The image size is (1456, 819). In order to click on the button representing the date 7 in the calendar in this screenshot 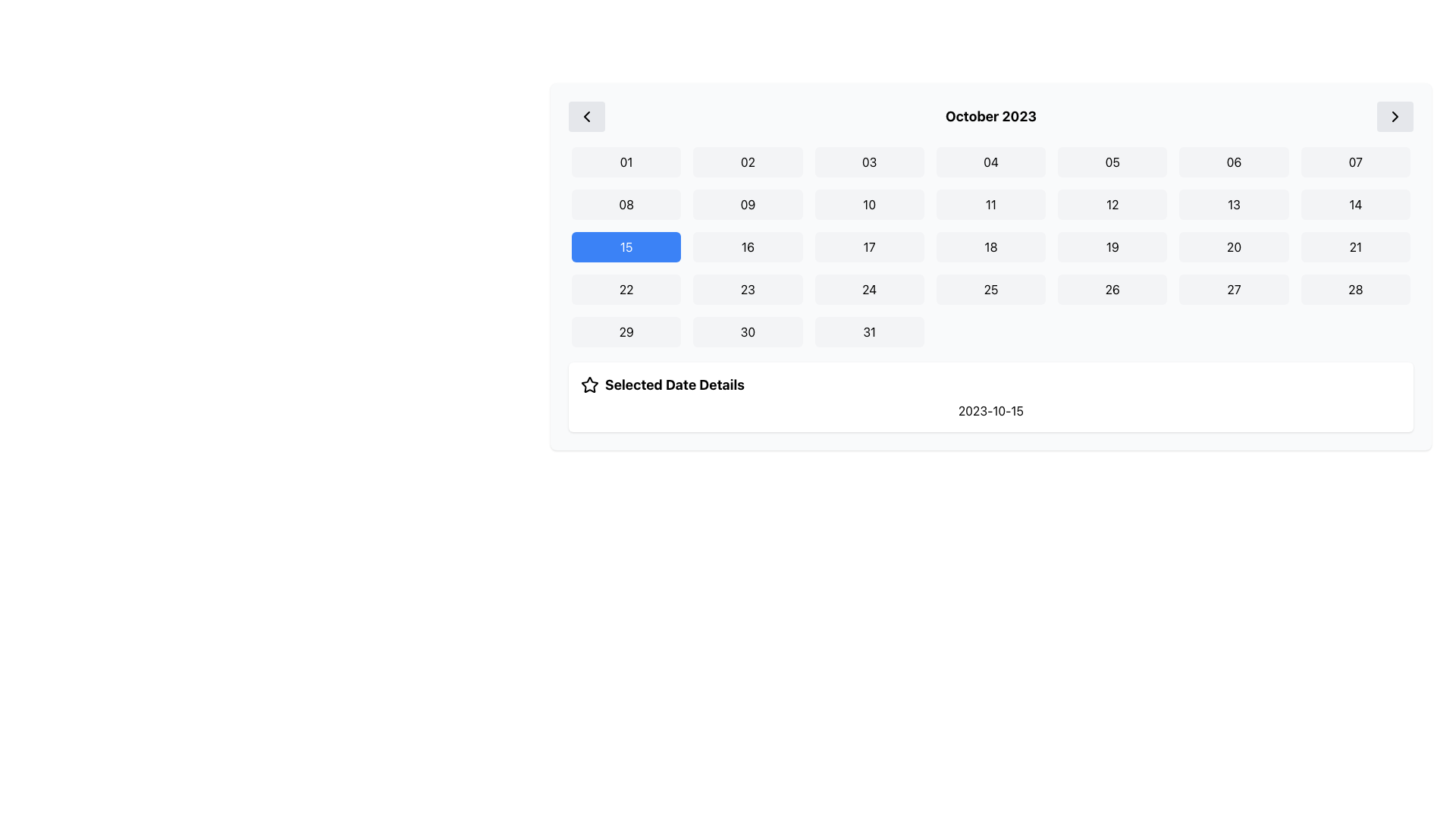, I will do `click(1355, 162)`.